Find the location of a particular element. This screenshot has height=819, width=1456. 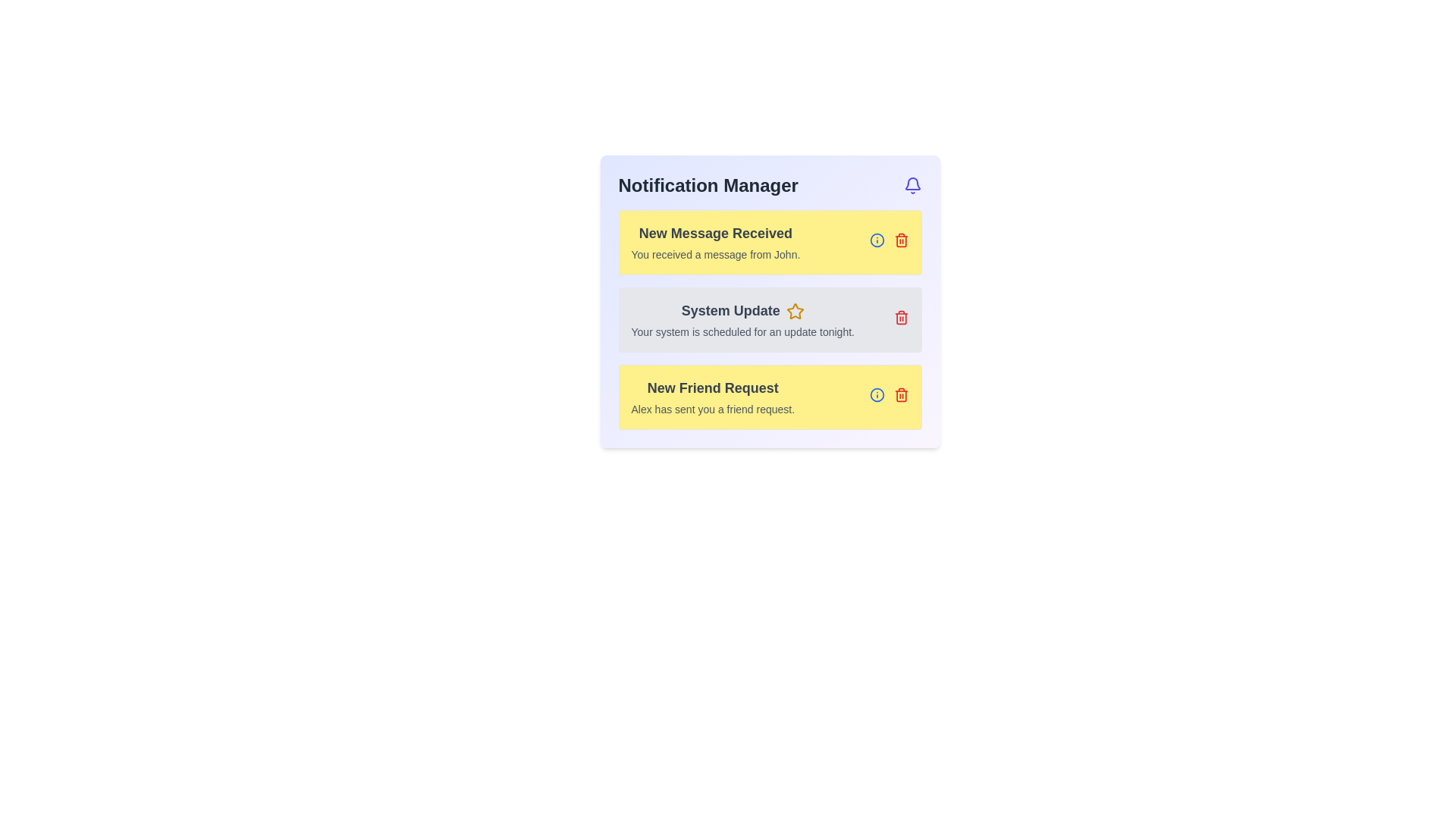

text in the Notification block titled 'New Message Received' with a message from John, which is the uppermost notification in the Notification Manager is located at coordinates (714, 242).